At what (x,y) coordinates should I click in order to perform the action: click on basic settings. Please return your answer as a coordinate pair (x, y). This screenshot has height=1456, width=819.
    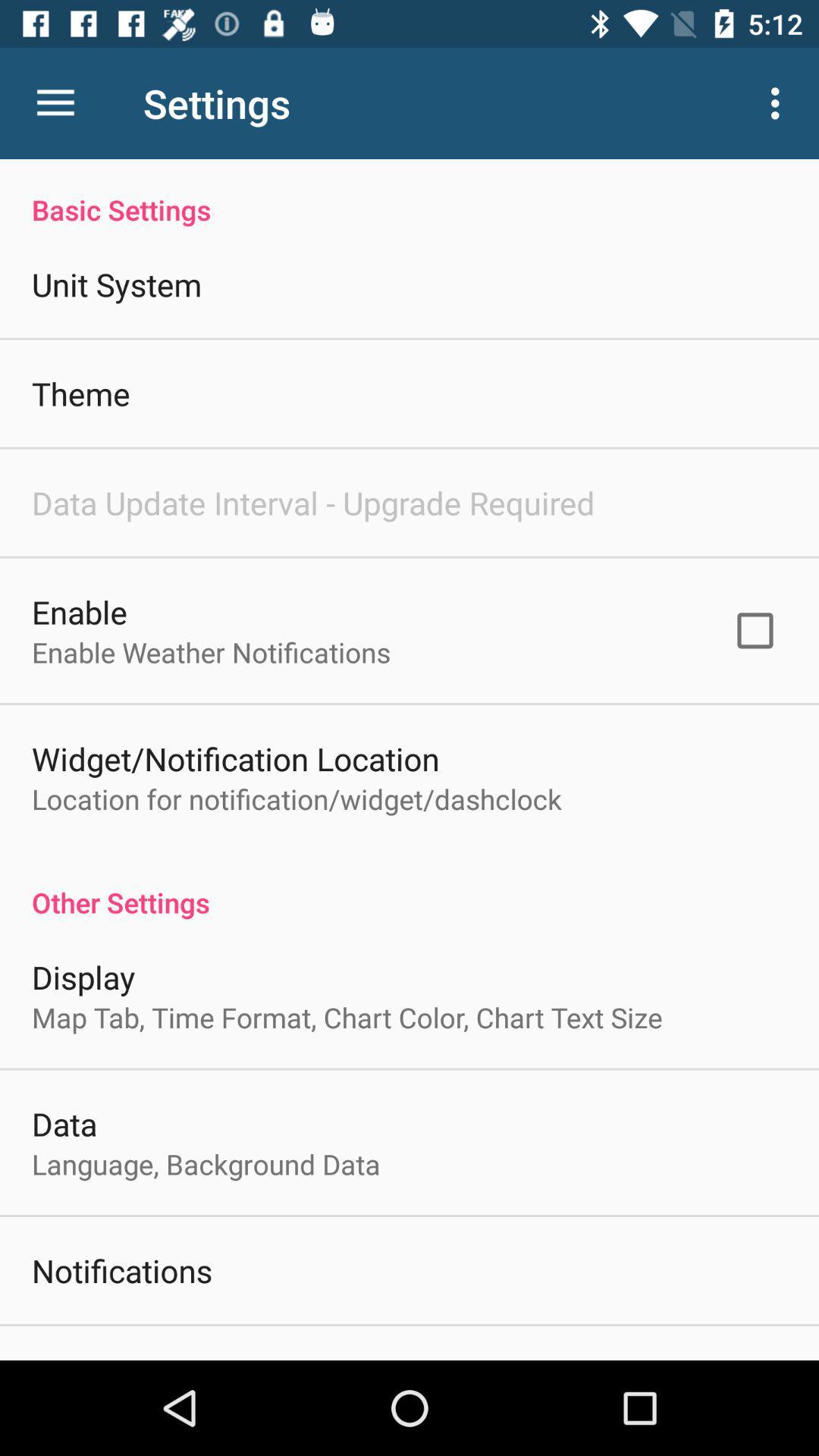
    Looking at the image, I should click on (409, 193).